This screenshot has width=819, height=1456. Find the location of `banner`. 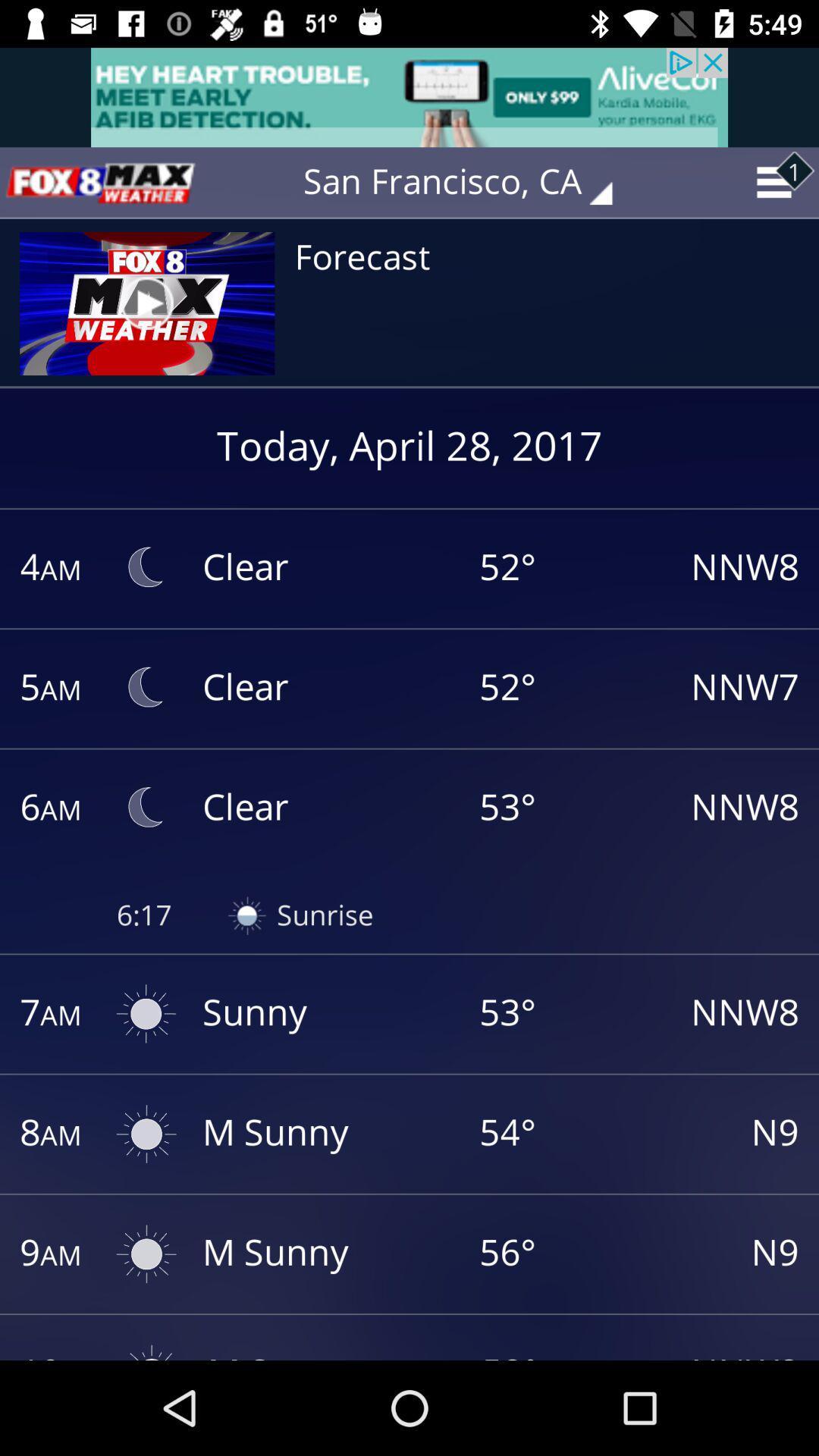

banner is located at coordinates (409, 96).